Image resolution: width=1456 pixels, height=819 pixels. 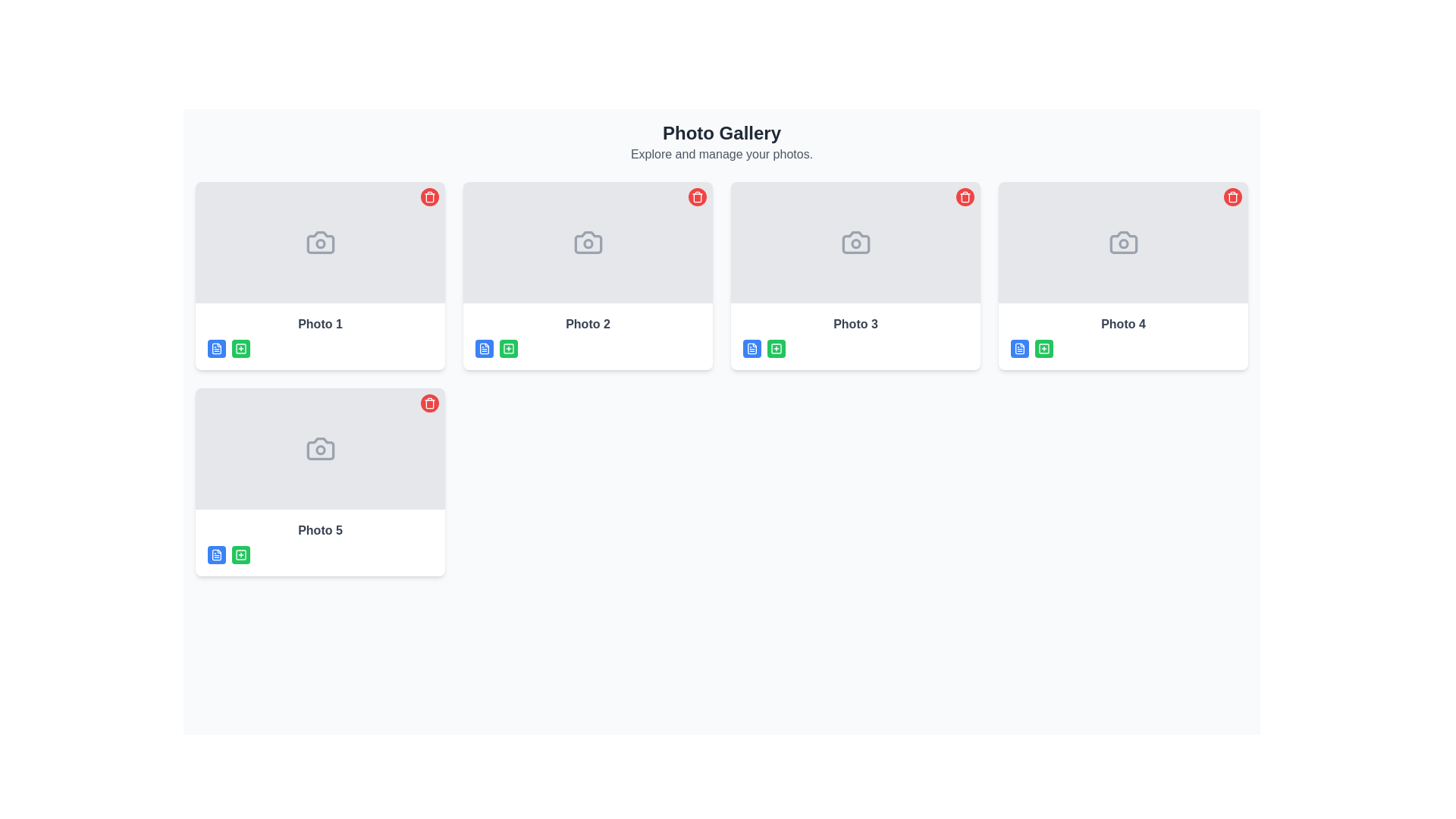 I want to click on the 'Photo 5' text label, which is a bolded gray textual label located below the thumbnail image in the fifth card of the photo gallery, so click(x=319, y=529).